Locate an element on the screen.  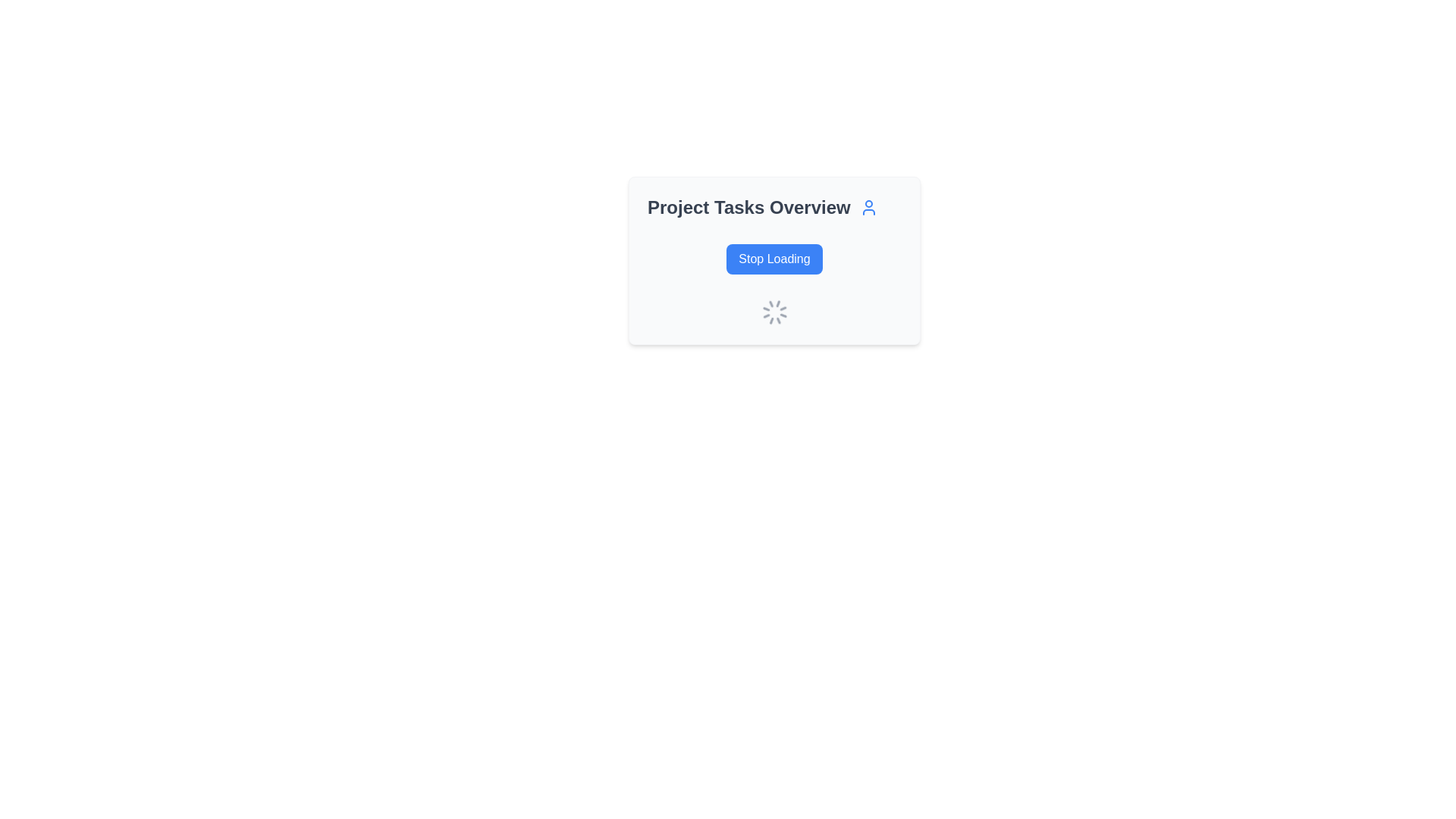
the user icon, which is a blue outline of a head and shoulders, located to the right of the 'Project Tasks Overview' heading is located at coordinates (868, 207).